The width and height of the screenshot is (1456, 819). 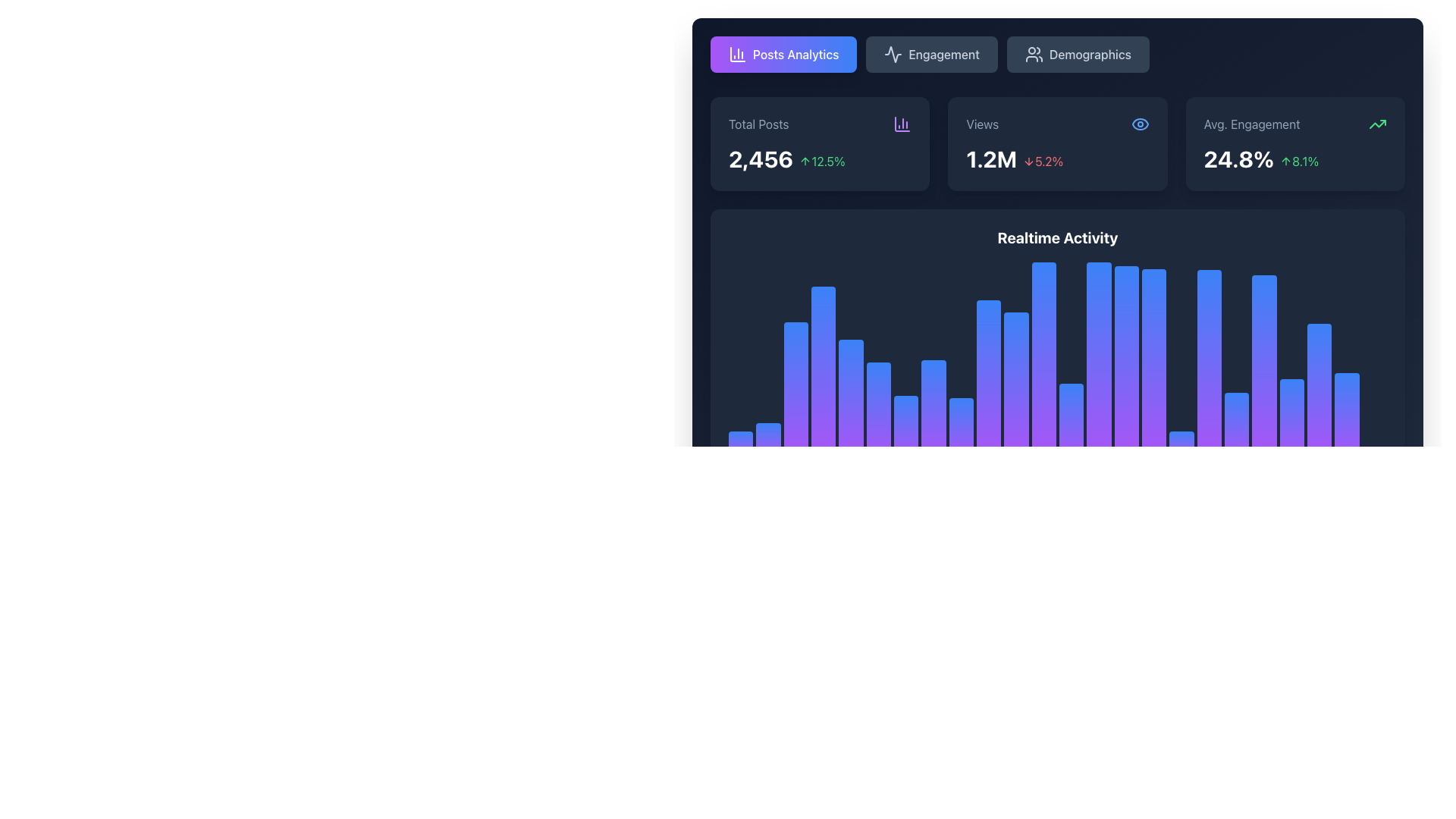 I want to click on the second bar from the left in the bar chart, which visually represents a specific data point and is located within the bottom region of the graph area, so click(x=768, y=450).